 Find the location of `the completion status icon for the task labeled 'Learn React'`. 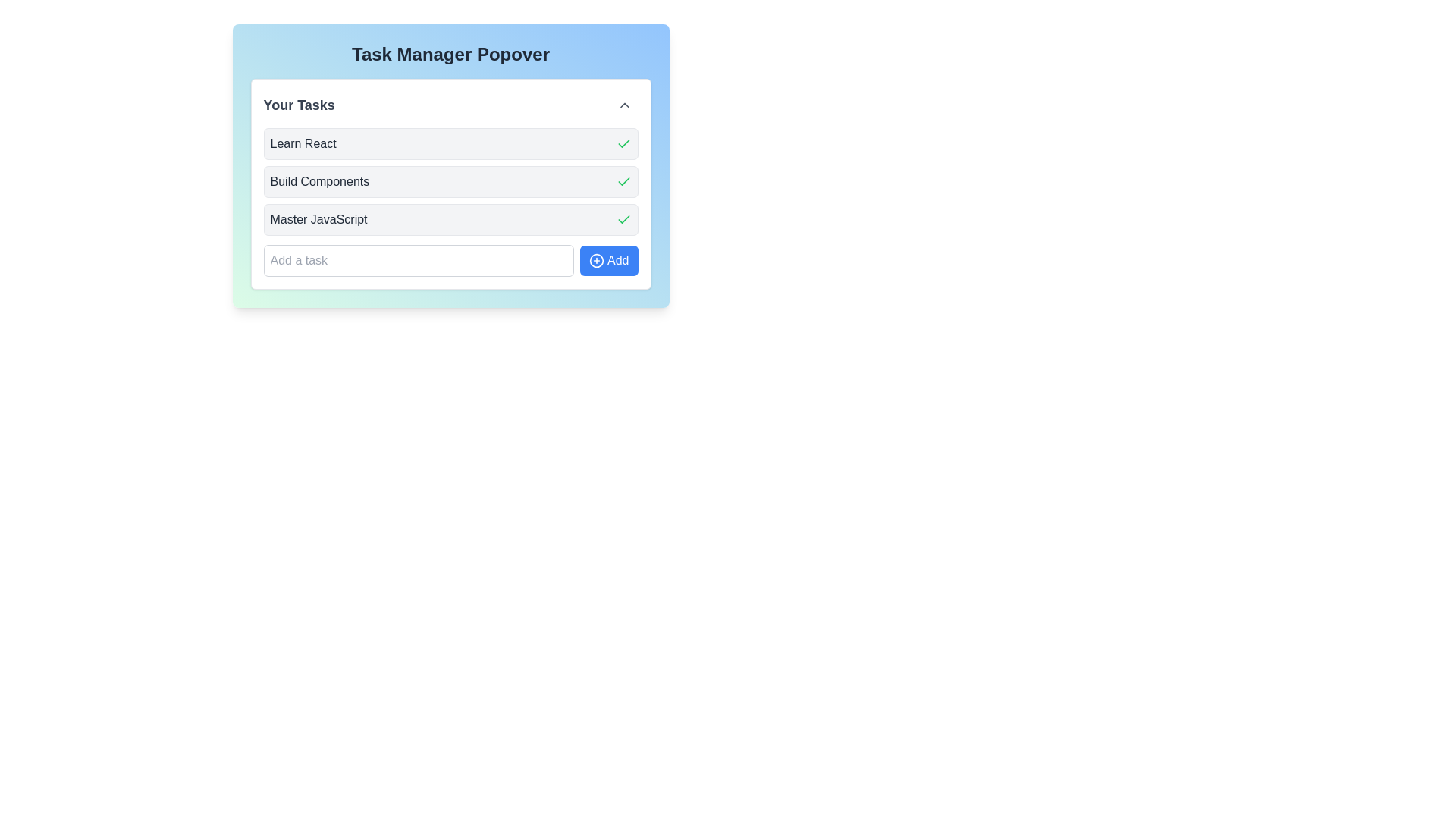

the completion status icon for the task labeled 'Learn React' is located at coordinates (623, 143).